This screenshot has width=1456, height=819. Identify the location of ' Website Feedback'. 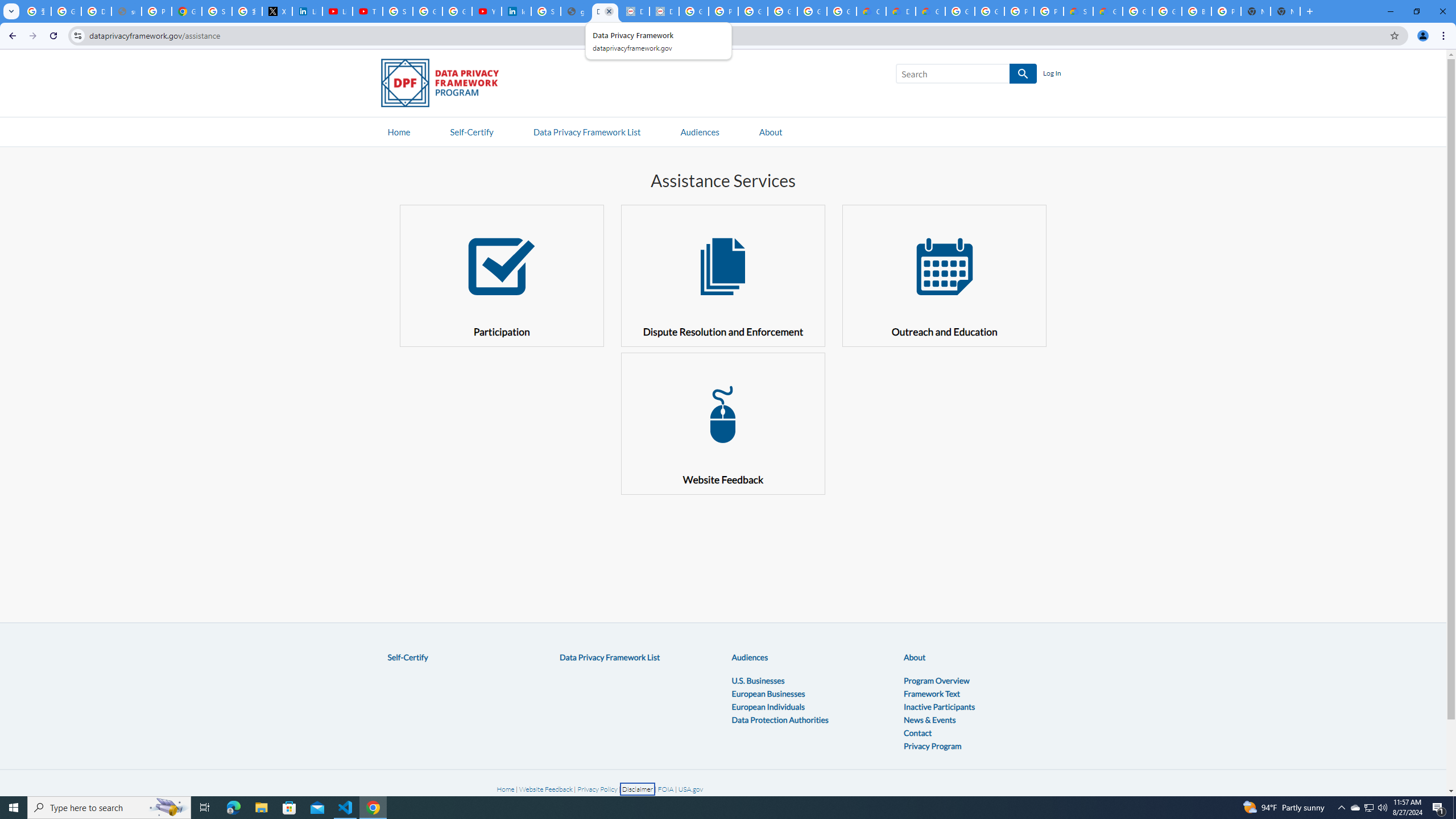
(723, 423).